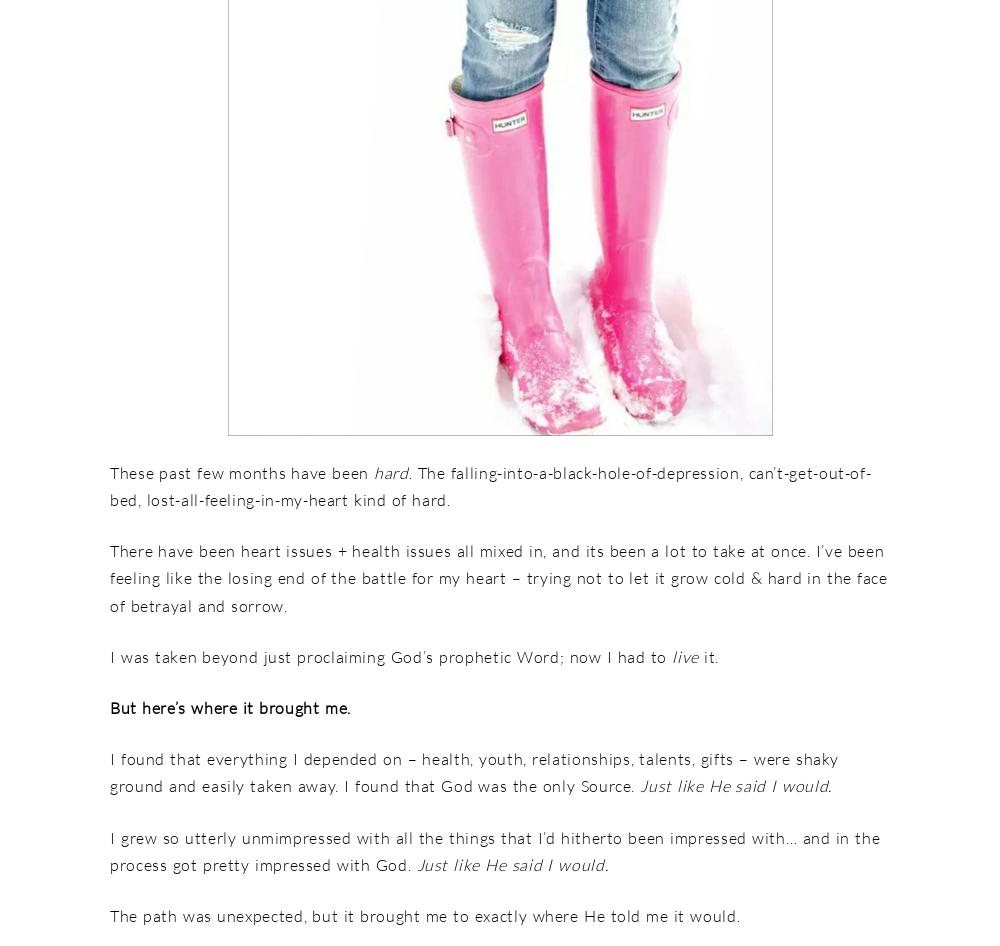  What do you see at coordinates (425, 913) in the screenshot?
I see `'The path was unexpected, but it brought me to exactly where He told me it would.'` at bounding box center [425, 913].